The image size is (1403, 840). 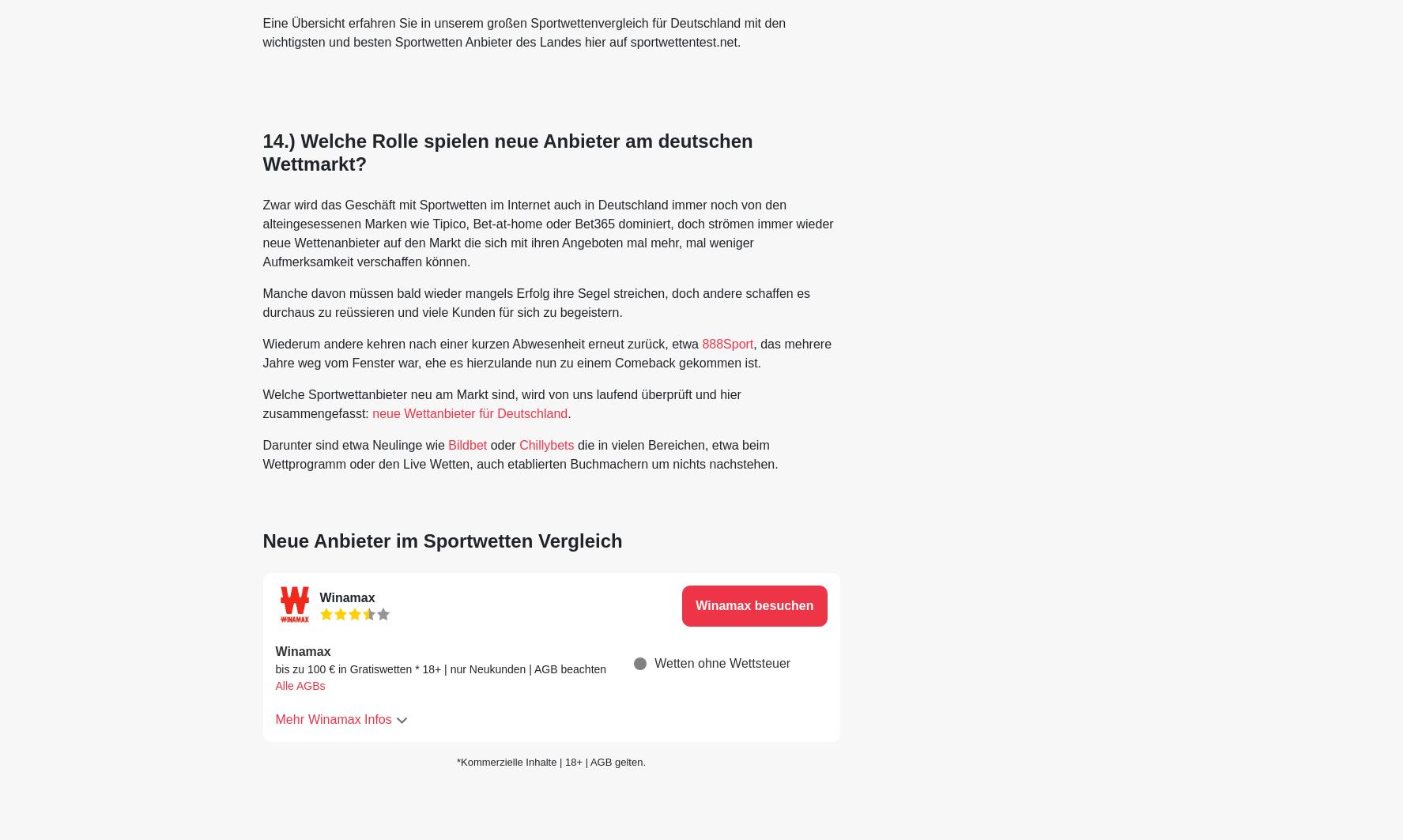 I want to click on 'Eine Übersicht erfahren Sie in unserem großen Sportwettenvergleich für Deutschland mit den wichtigsten und besten Sportwetten Anbieter des Landes hier auf sportwettentest.net.', so click(x=522, y=32).